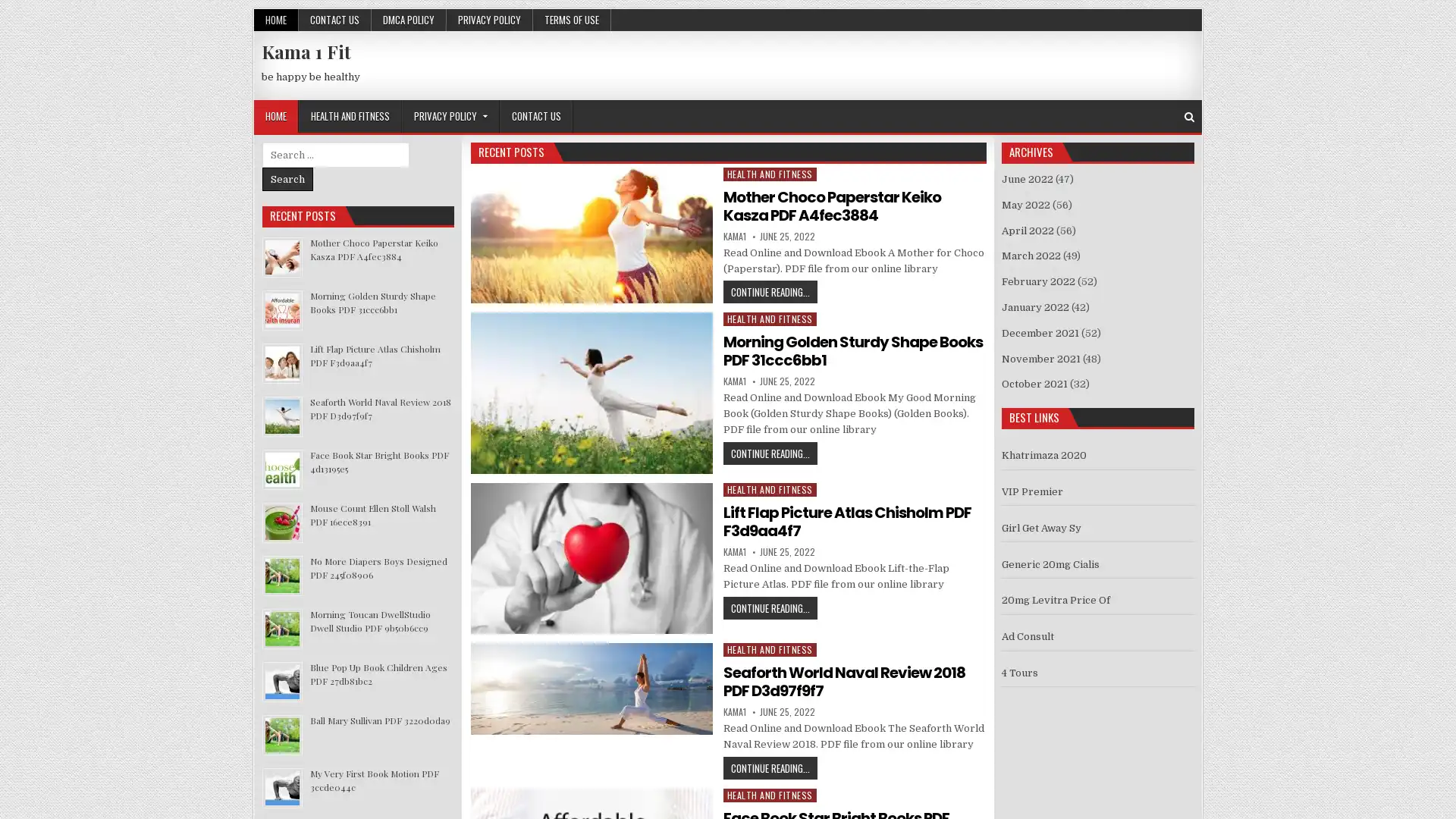 The height and width of the screenshot is (819, 1456). I want to click on Search, so click(287, 178).